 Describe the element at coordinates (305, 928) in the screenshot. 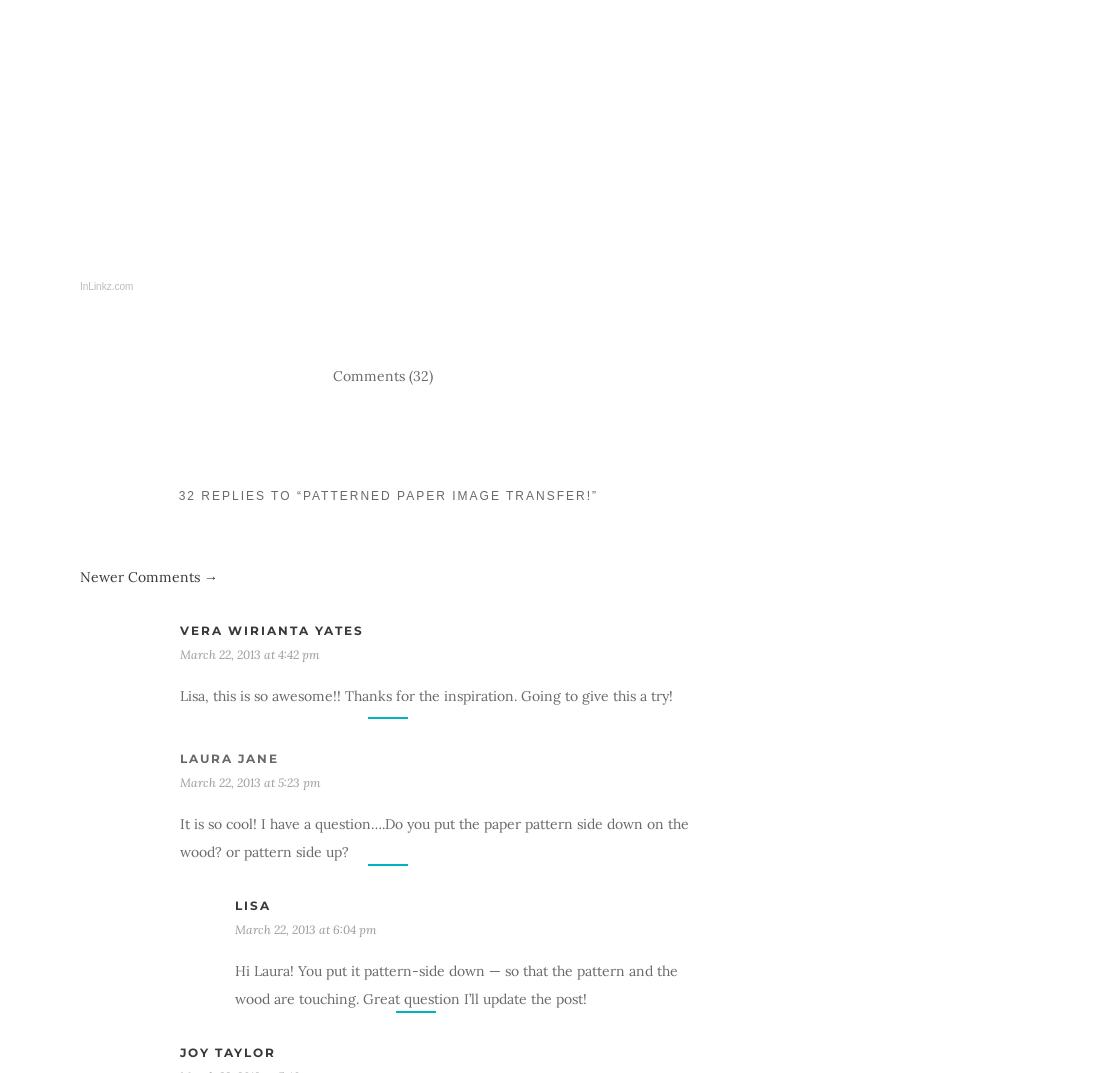

I see `'March 22, 2013 at 6:04 pm'` at that location.